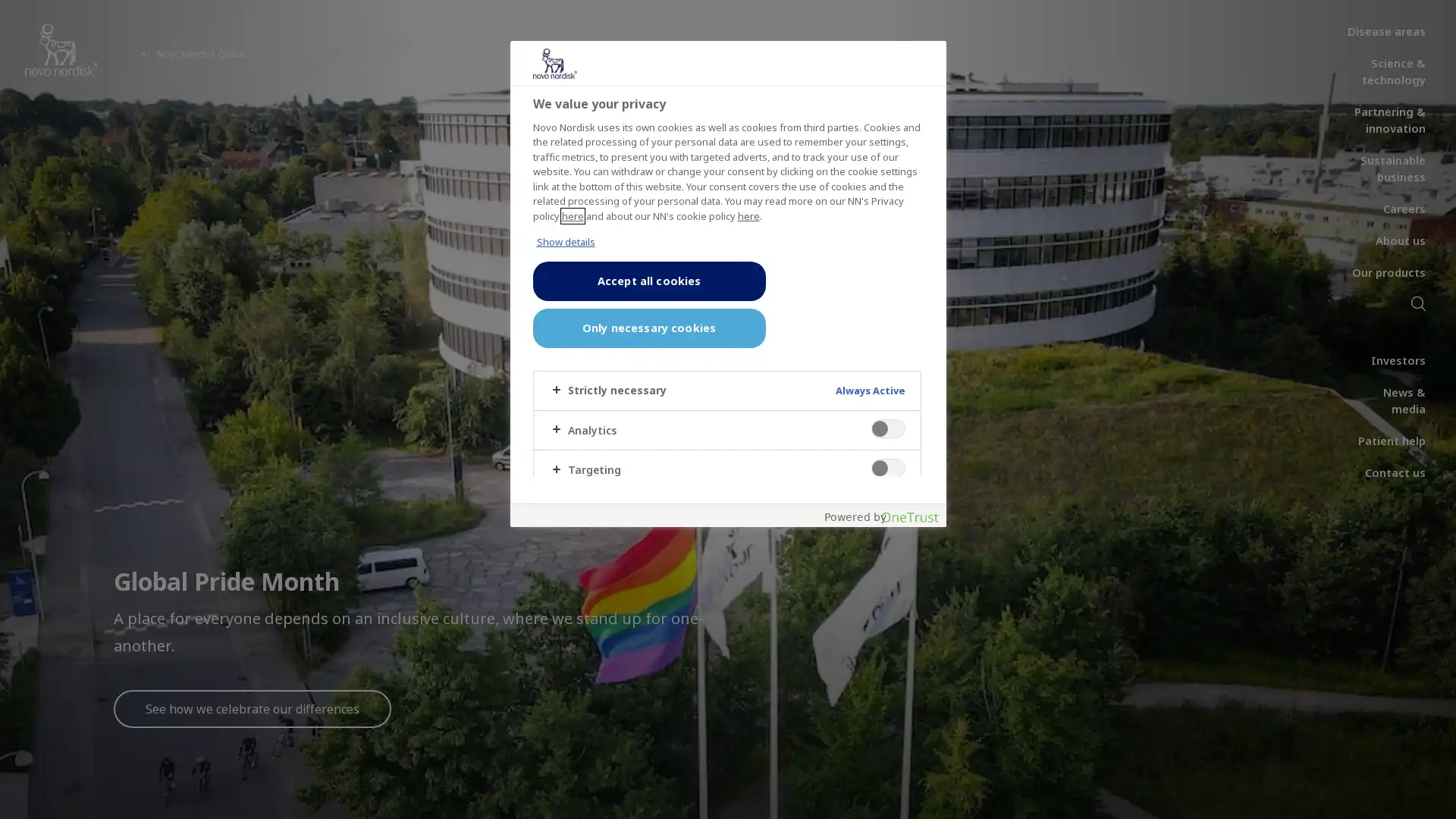 The image size is (1456, 819). I want to click on Targeting, so click(726, 469).